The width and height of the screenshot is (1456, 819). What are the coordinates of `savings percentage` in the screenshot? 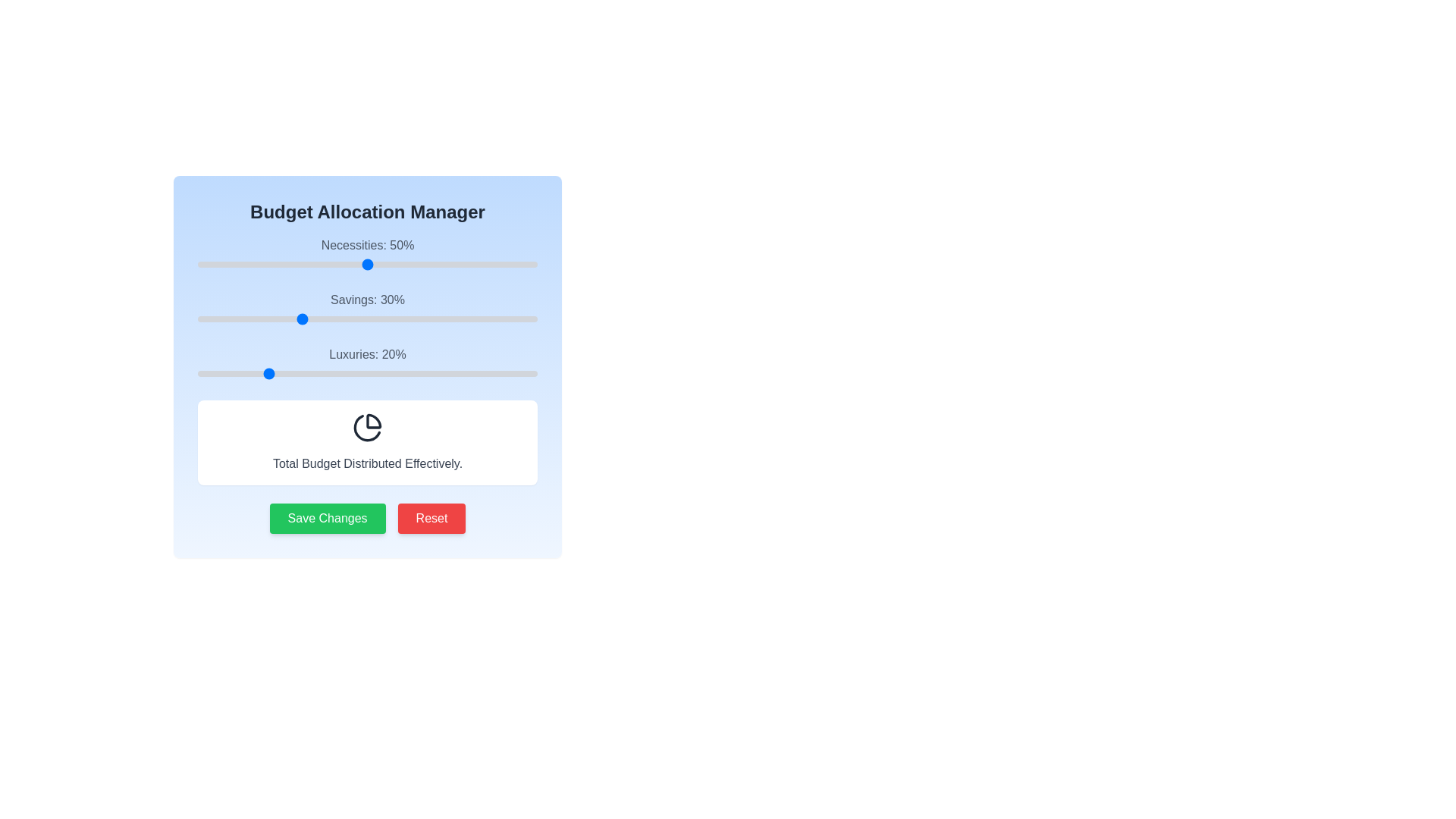 It's located at (300, 318).